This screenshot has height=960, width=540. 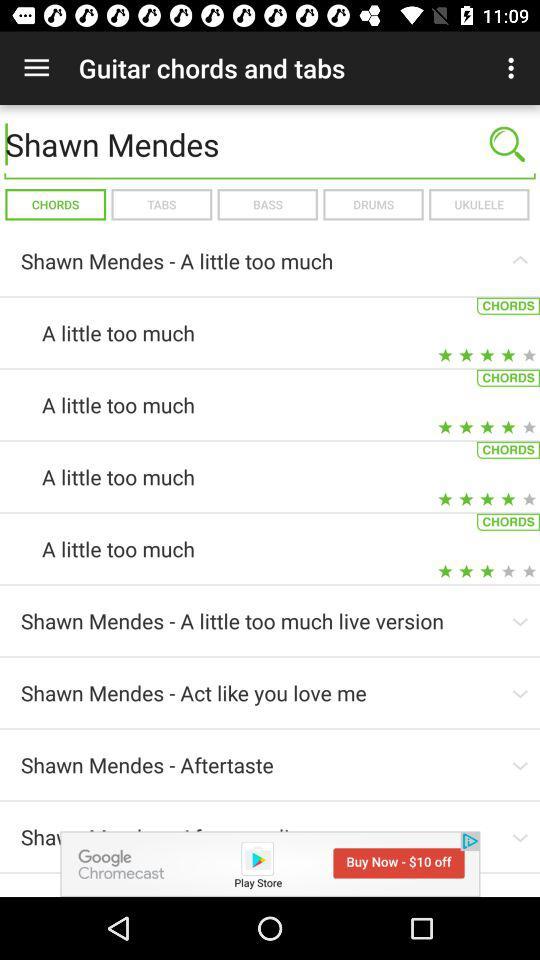 I want to click on the item to the left of ukulele icon, so click(x=373, y=204).